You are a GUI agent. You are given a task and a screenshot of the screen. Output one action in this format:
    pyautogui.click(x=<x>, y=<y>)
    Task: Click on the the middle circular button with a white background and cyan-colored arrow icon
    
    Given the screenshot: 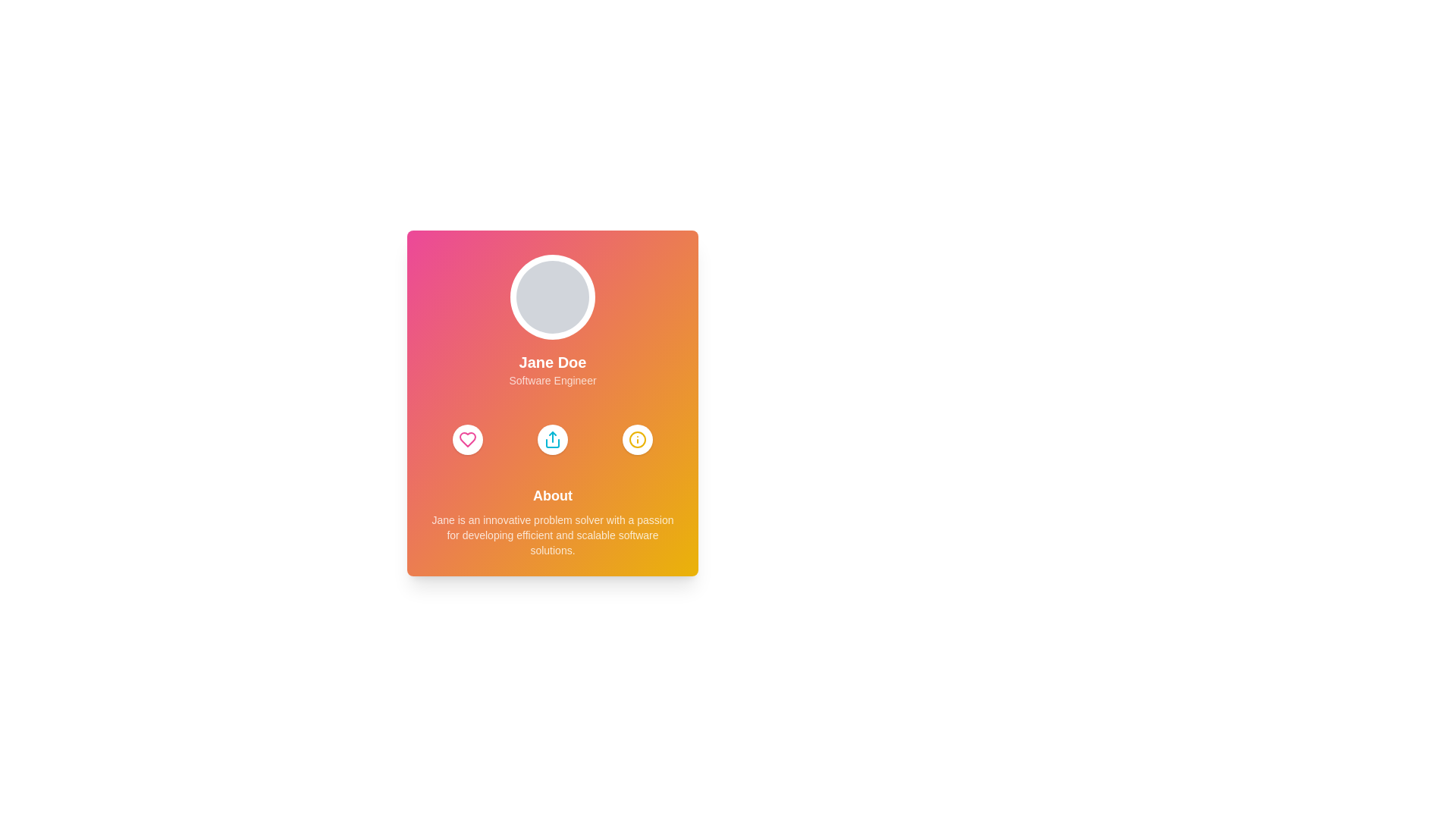 What is the action you would take?
    pyautogui.click(x=552, y=439)
    